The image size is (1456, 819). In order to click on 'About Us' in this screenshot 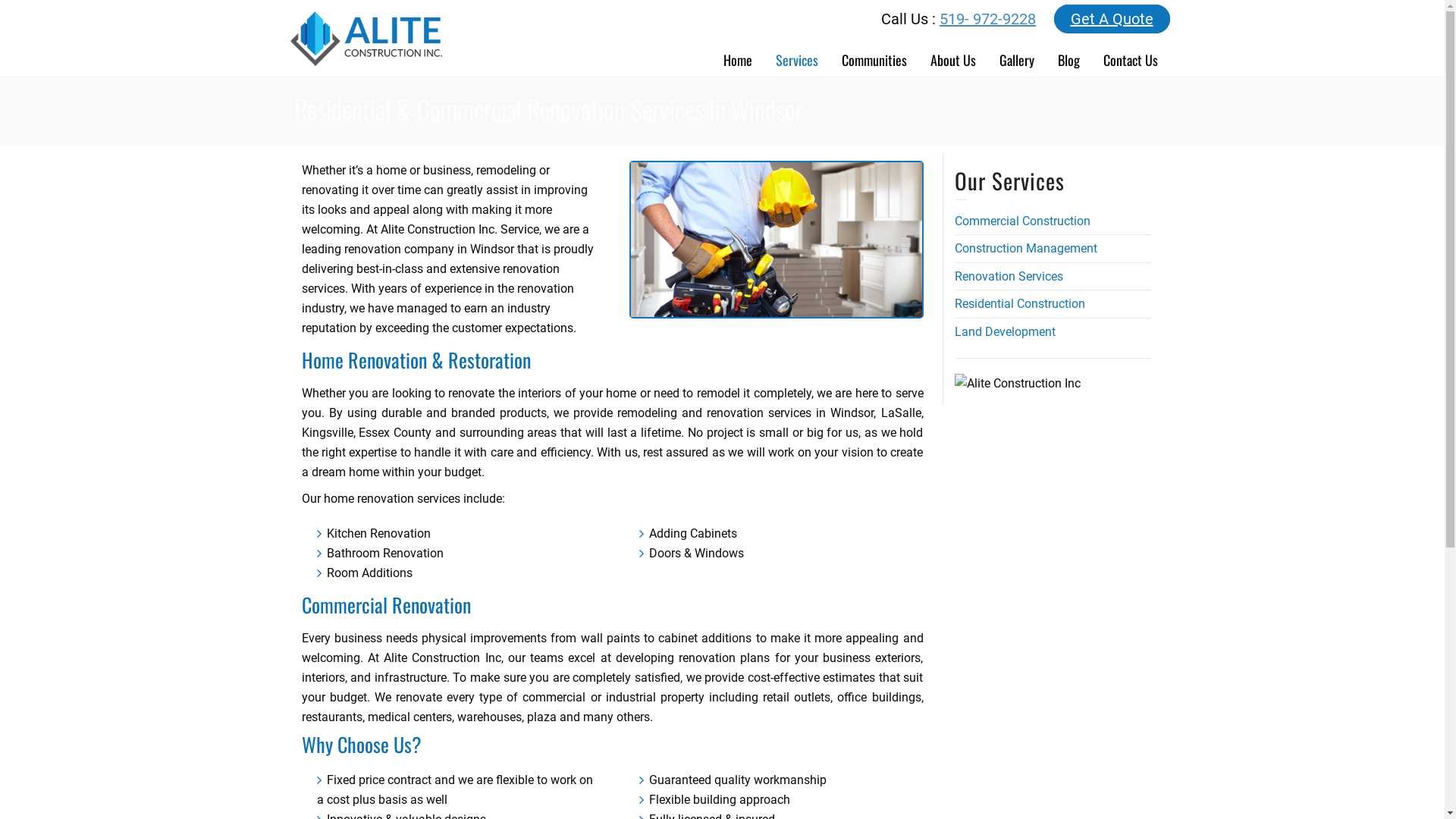, I will do `click(952, 54)`.